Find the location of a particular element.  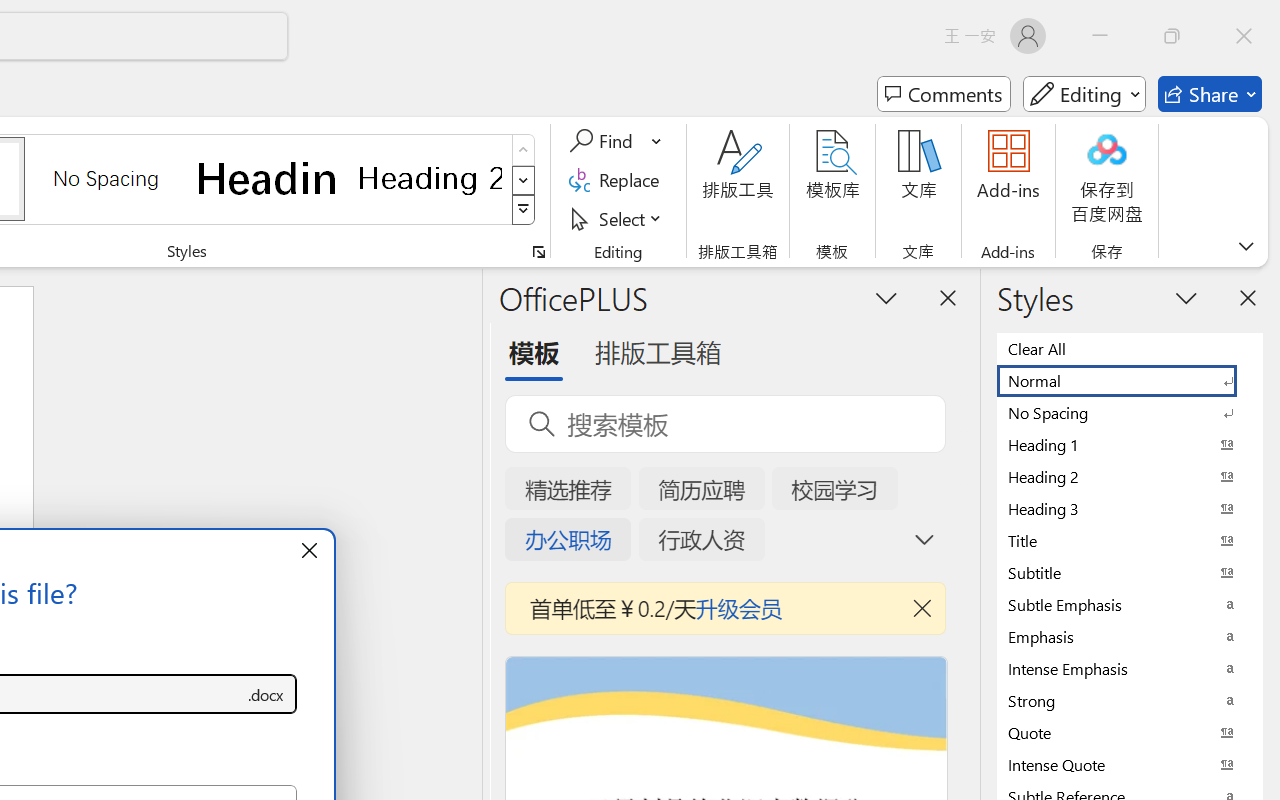

'No Spacing' is located at coordinates (1130, 412).